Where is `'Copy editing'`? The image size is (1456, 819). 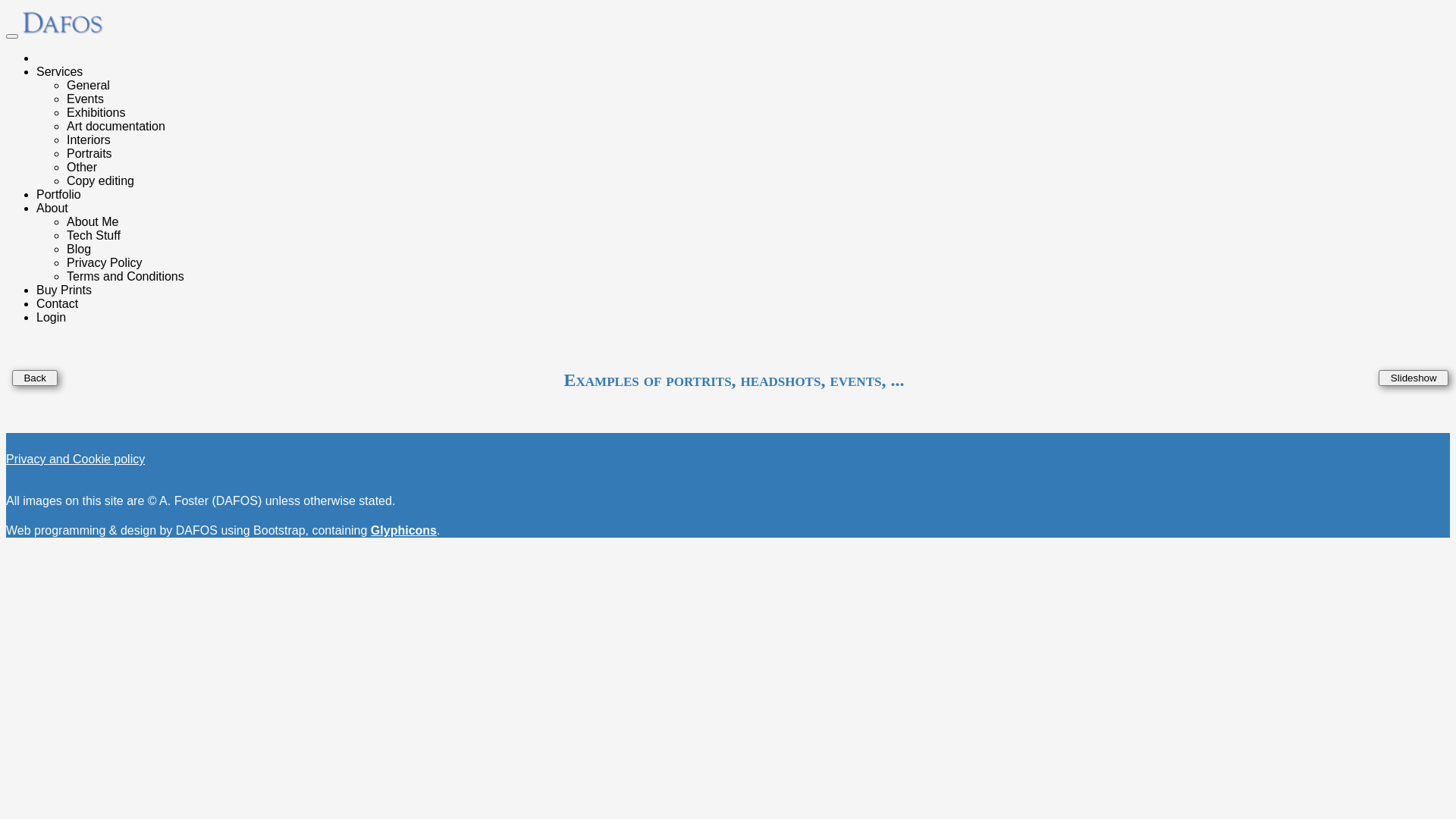 'Copy editing' is located at coordinates (65, 180).